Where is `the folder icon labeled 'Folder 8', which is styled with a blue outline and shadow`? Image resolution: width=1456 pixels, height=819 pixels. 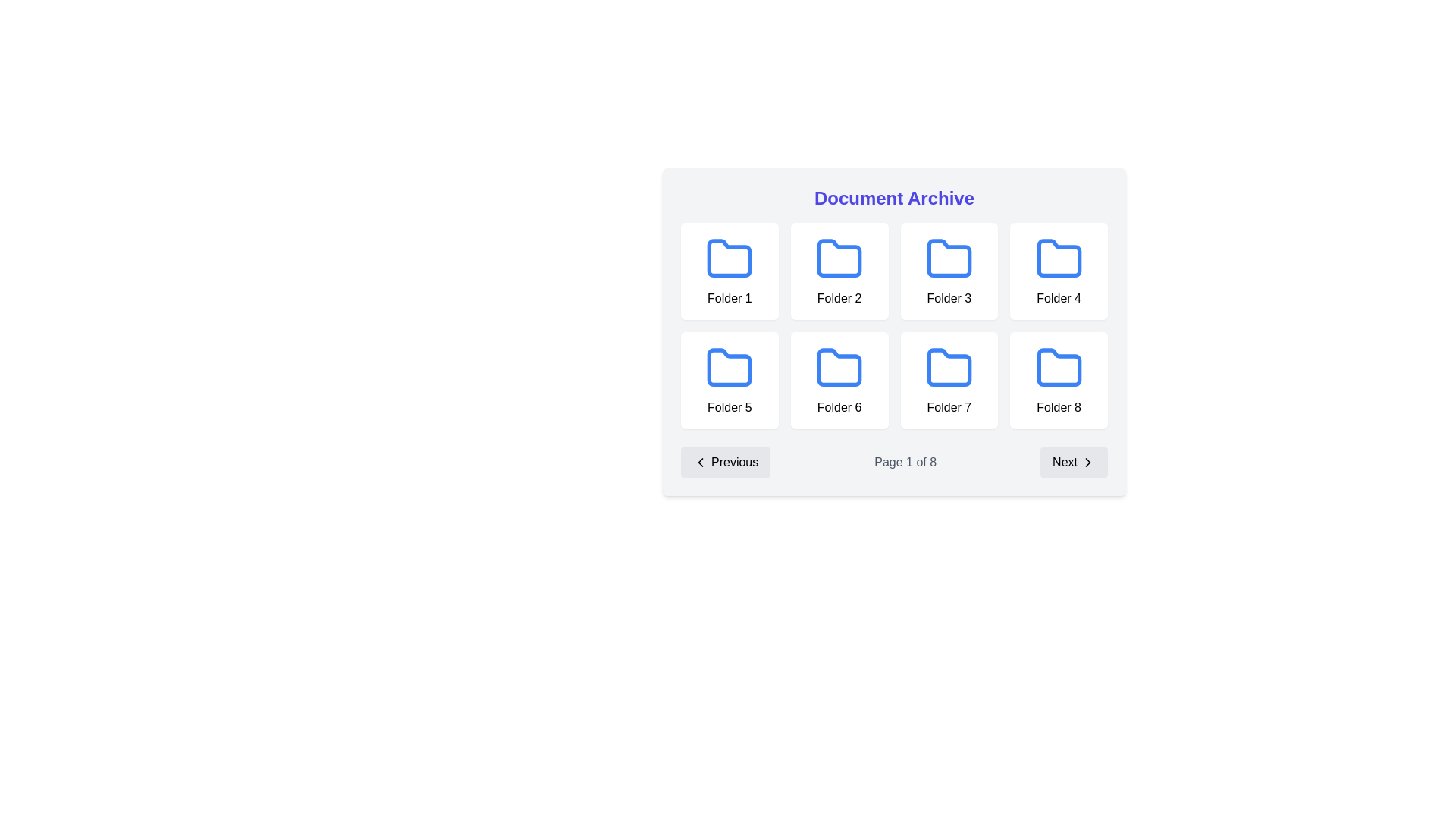
the folder icon labeled 'Folder 8', which is styled with a blue outline and shadow is located at coordinates (1058, 379).